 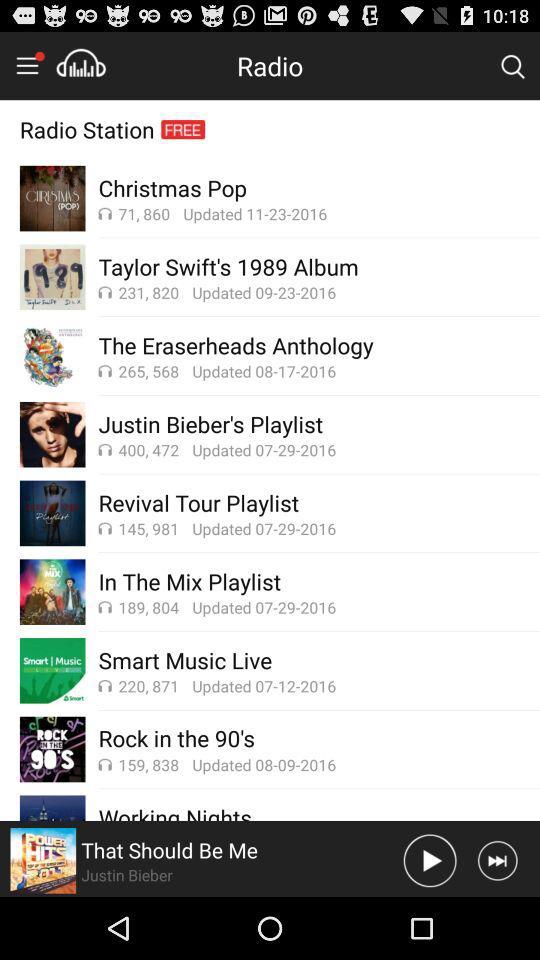 What do you see at coordinates (496, 859) in the screenshot?
I see `next song` at bounding box center [496, 859].